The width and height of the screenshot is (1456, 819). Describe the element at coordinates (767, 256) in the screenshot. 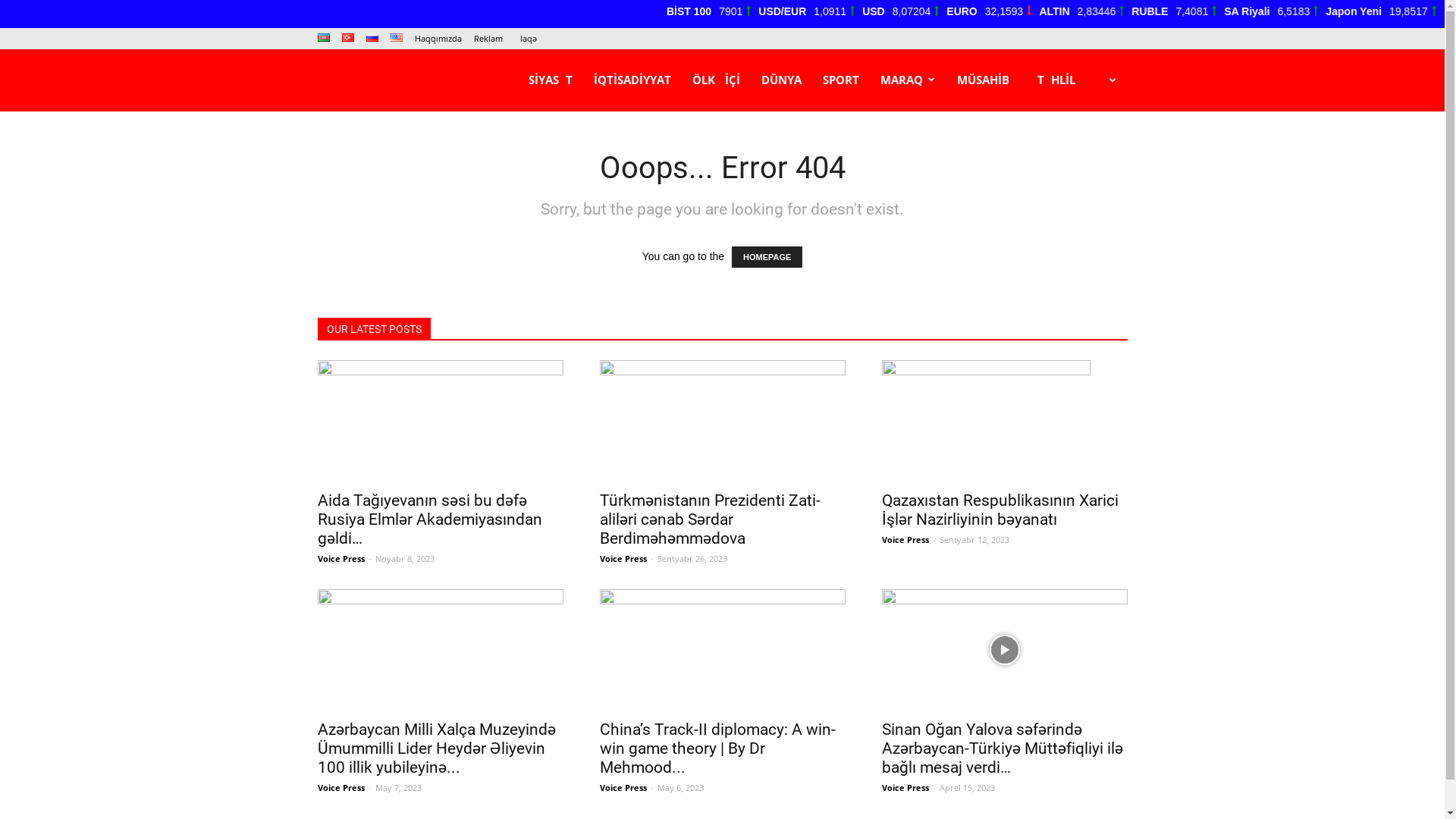

I see `'HOMEPAGE'` at that location.